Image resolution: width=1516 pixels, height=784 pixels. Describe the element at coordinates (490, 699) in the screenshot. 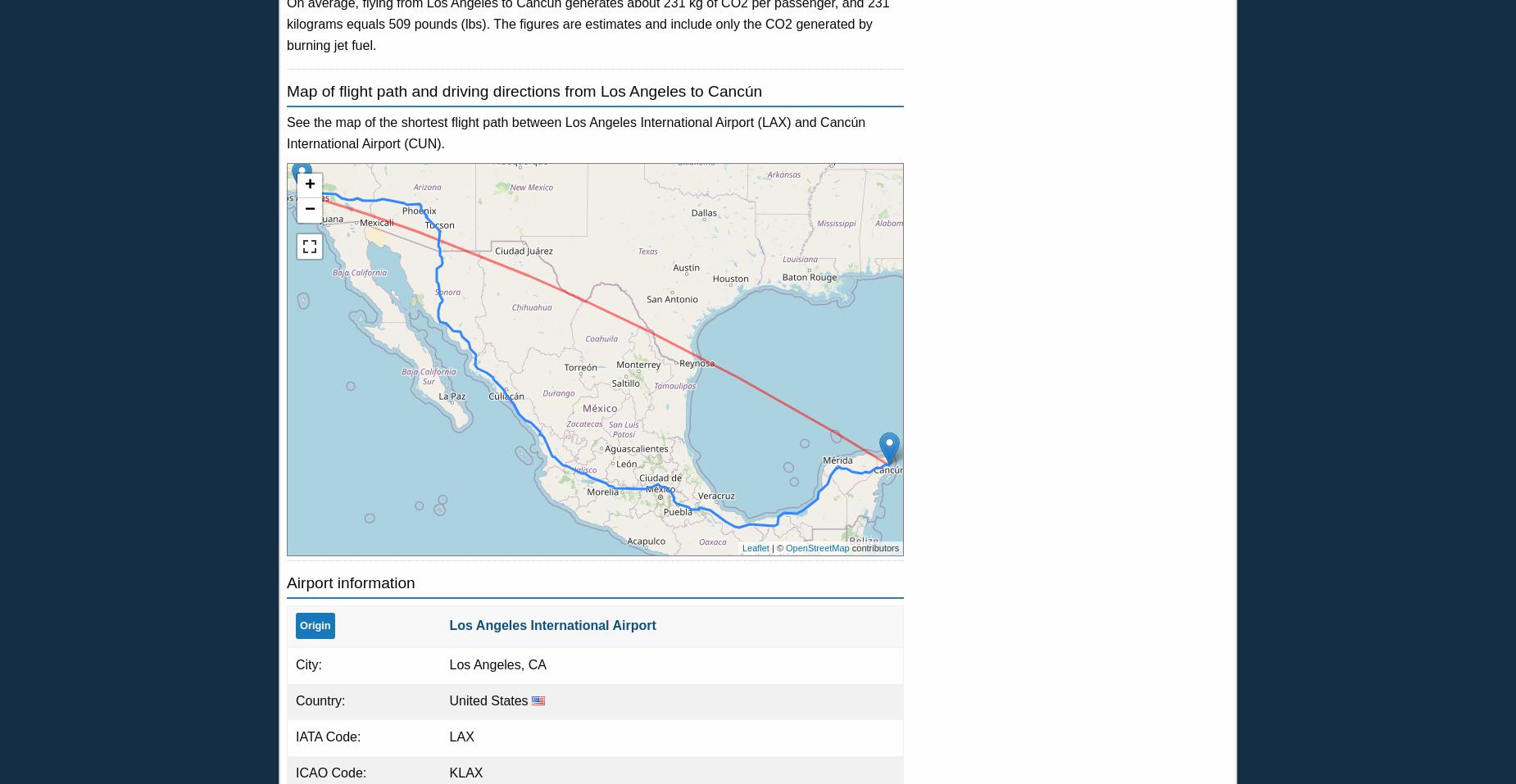

I see `'United States'` at that location.